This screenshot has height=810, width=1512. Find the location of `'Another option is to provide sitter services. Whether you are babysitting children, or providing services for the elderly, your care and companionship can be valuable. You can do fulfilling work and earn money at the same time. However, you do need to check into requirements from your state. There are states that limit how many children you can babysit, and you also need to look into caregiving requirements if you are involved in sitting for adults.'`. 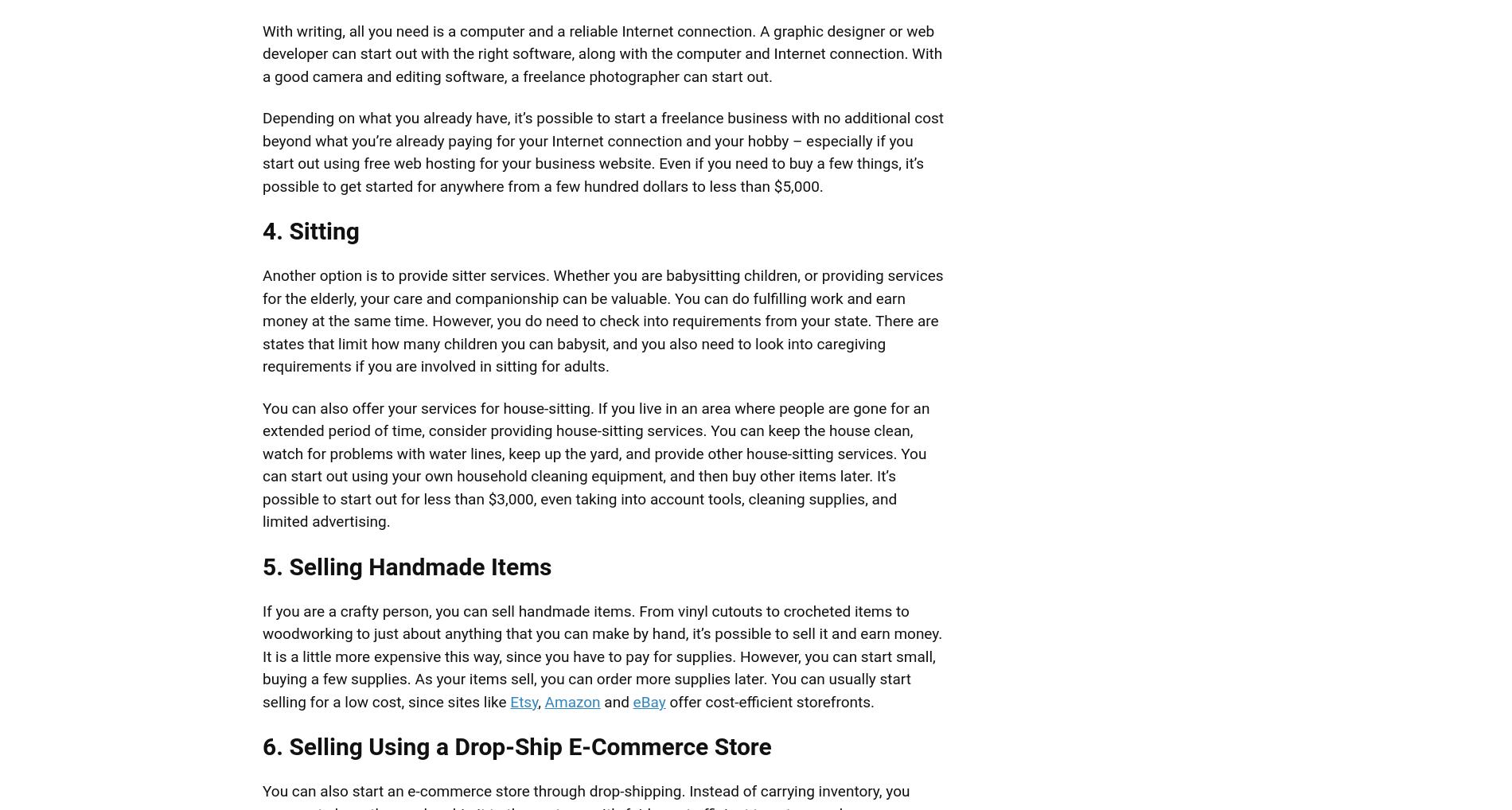

'Another option is to provide sitter services. Whether you are babysitting children, or providing services for the elderly, your care and companionship can be valuable. You can do fulfilling work and earn money at the same time. However, you do need to check into requirements from your state. There are states that limit how many children you can babysit, and you also need to look into caregiving requirements if you are involved in sitting for adults.' is located at coordinates (602, 321).